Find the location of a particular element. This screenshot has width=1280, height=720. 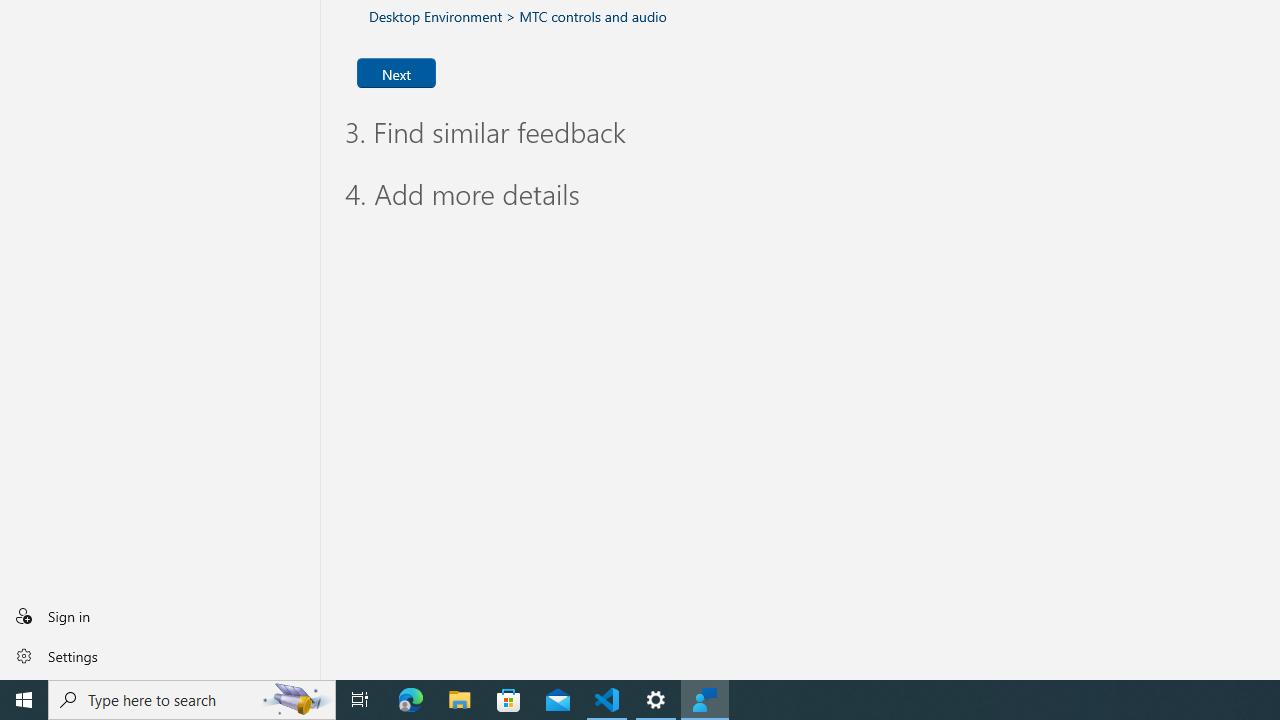

'Task View' is located at coordinates (359, 698).